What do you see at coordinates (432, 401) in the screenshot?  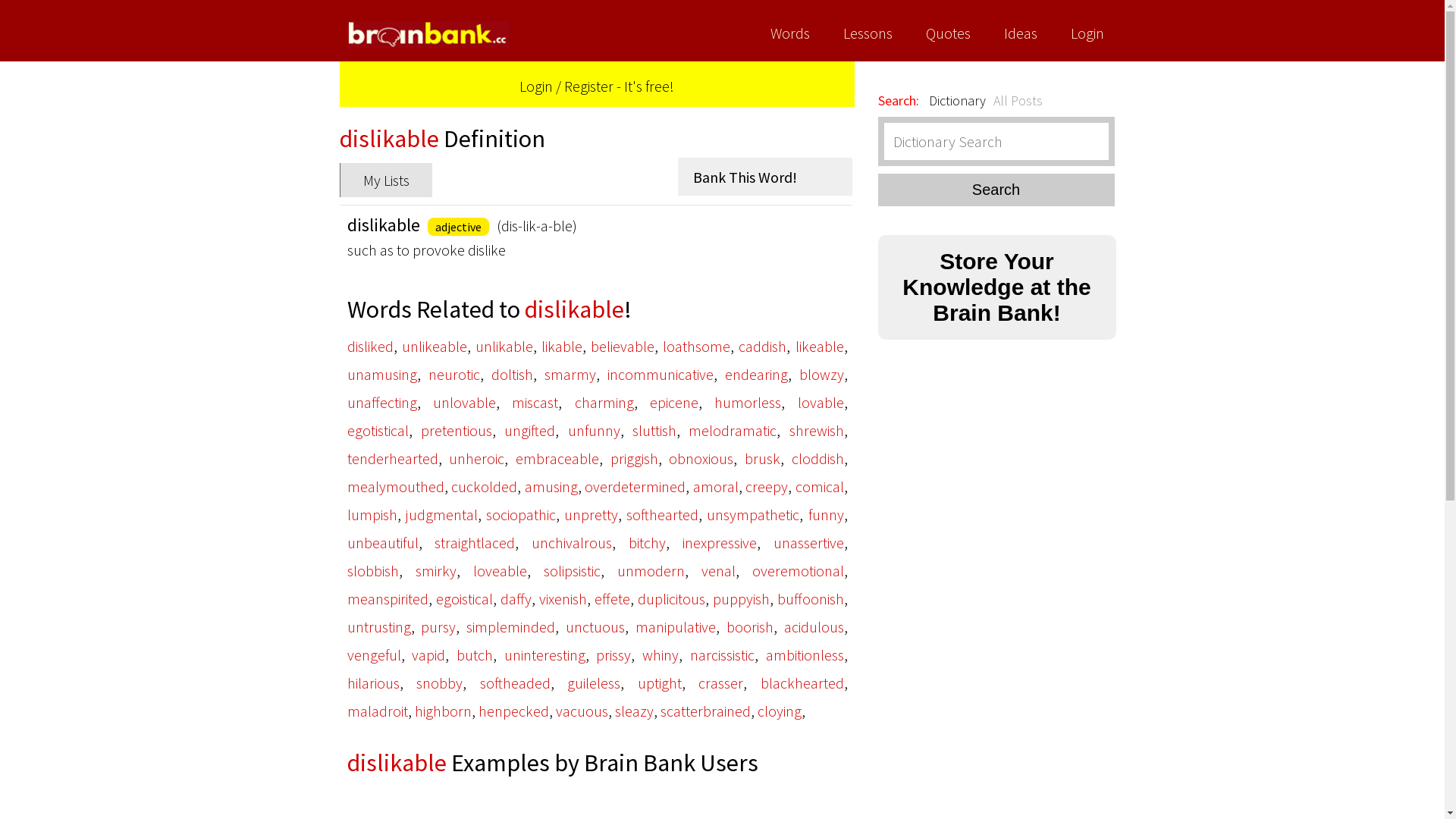 I see `'unlovable'` at bounding box center [432, 401].